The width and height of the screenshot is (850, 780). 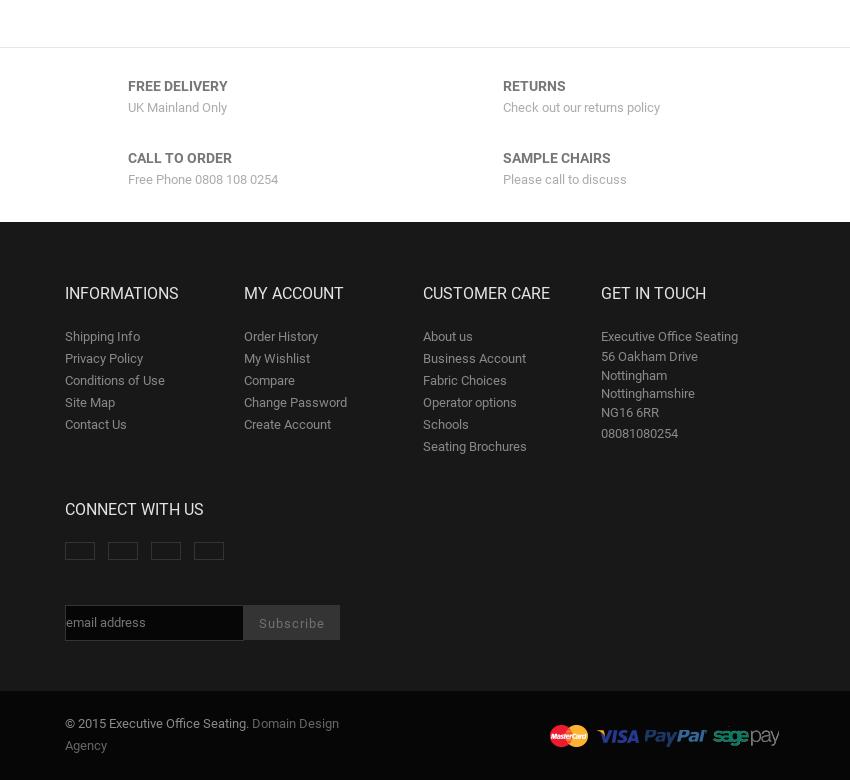 I want to click on 'Change Password', so click(x=293, y=402).